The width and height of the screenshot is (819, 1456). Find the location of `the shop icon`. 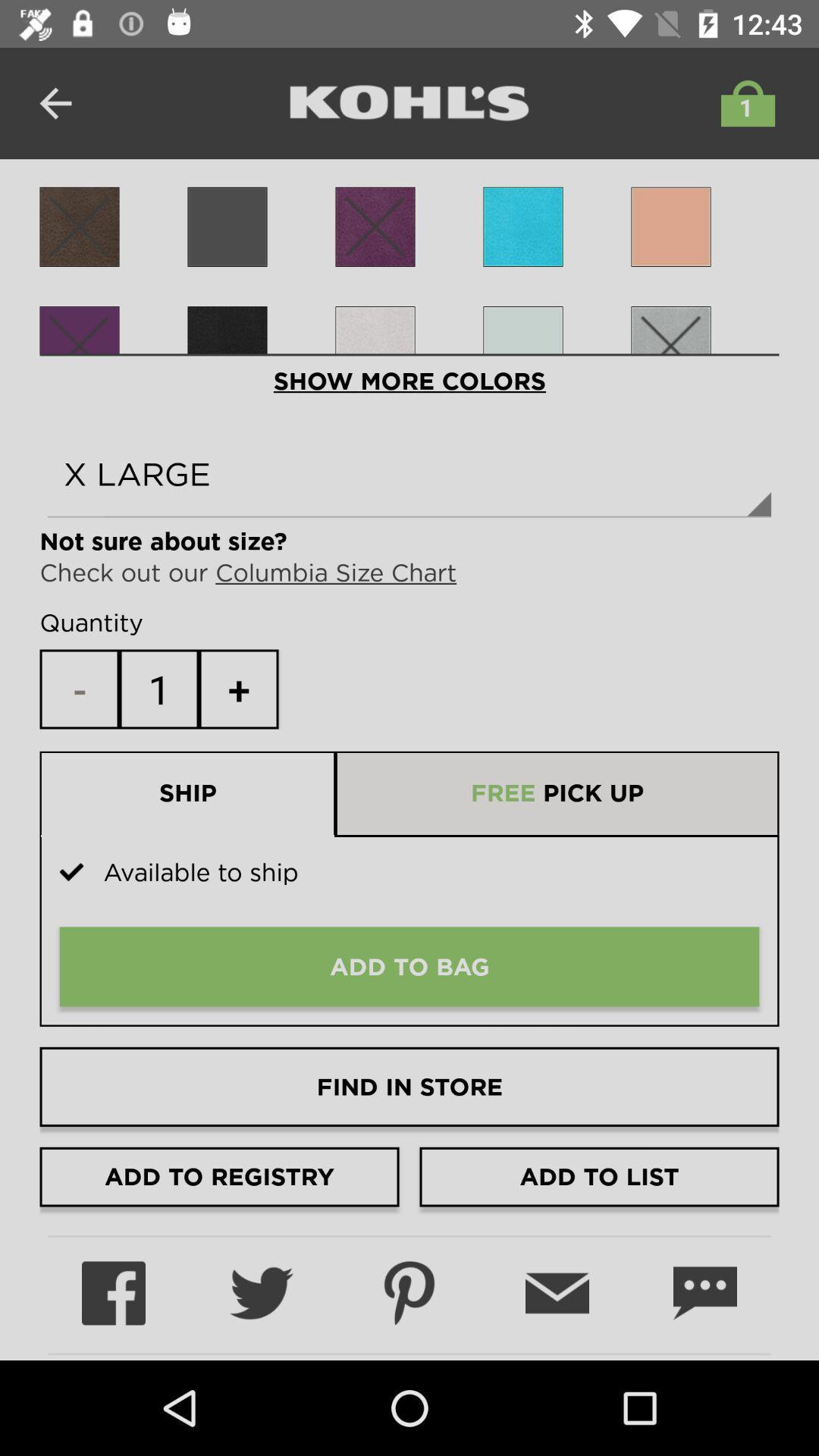

the shop icon is located at coordinates (743, 102).